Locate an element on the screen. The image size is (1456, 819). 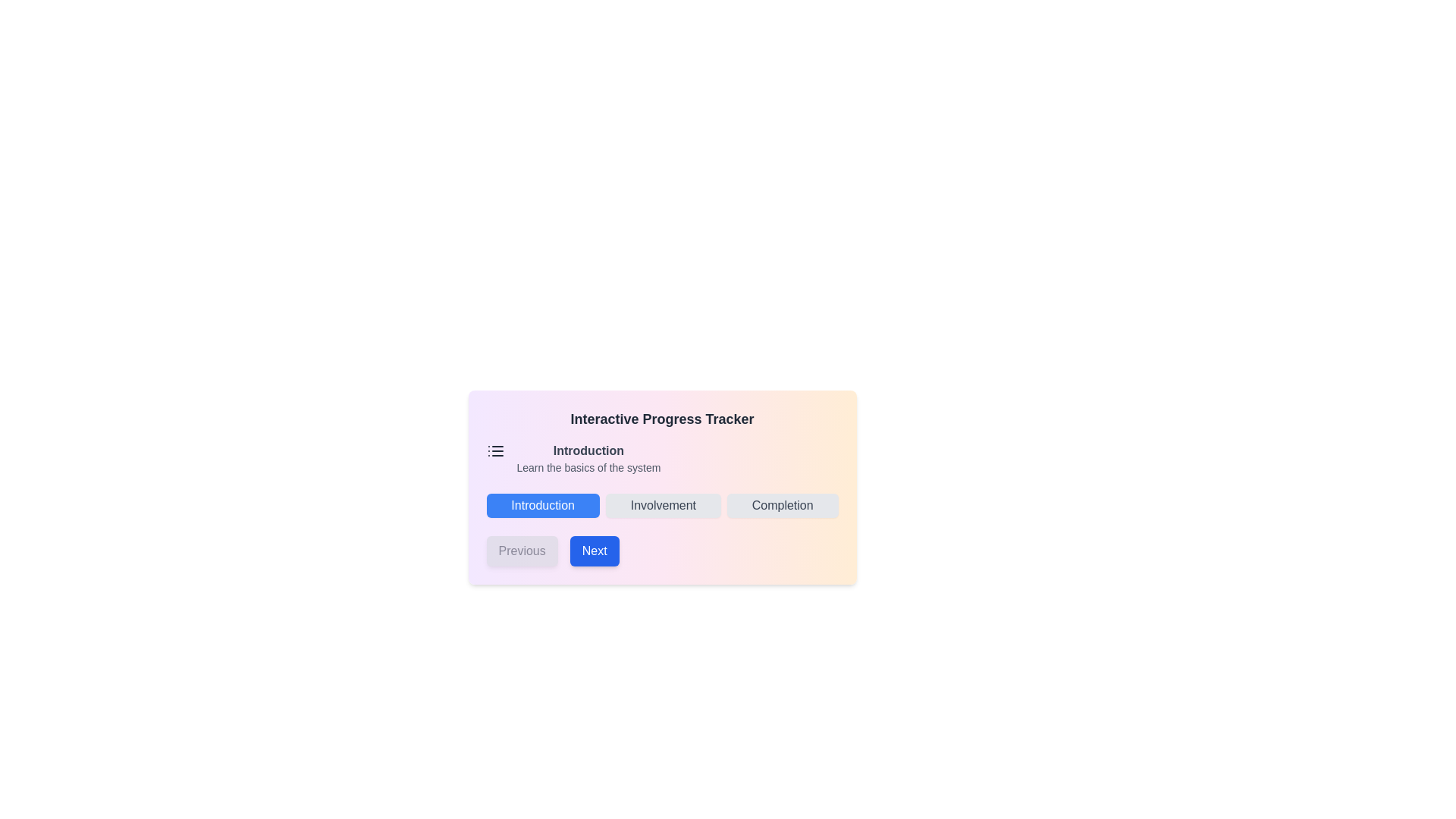
the 'Completion' button, which is the third button in a horizontal alignment, featuring a light gray background and dark gray text is located at coordinates (783, 506).